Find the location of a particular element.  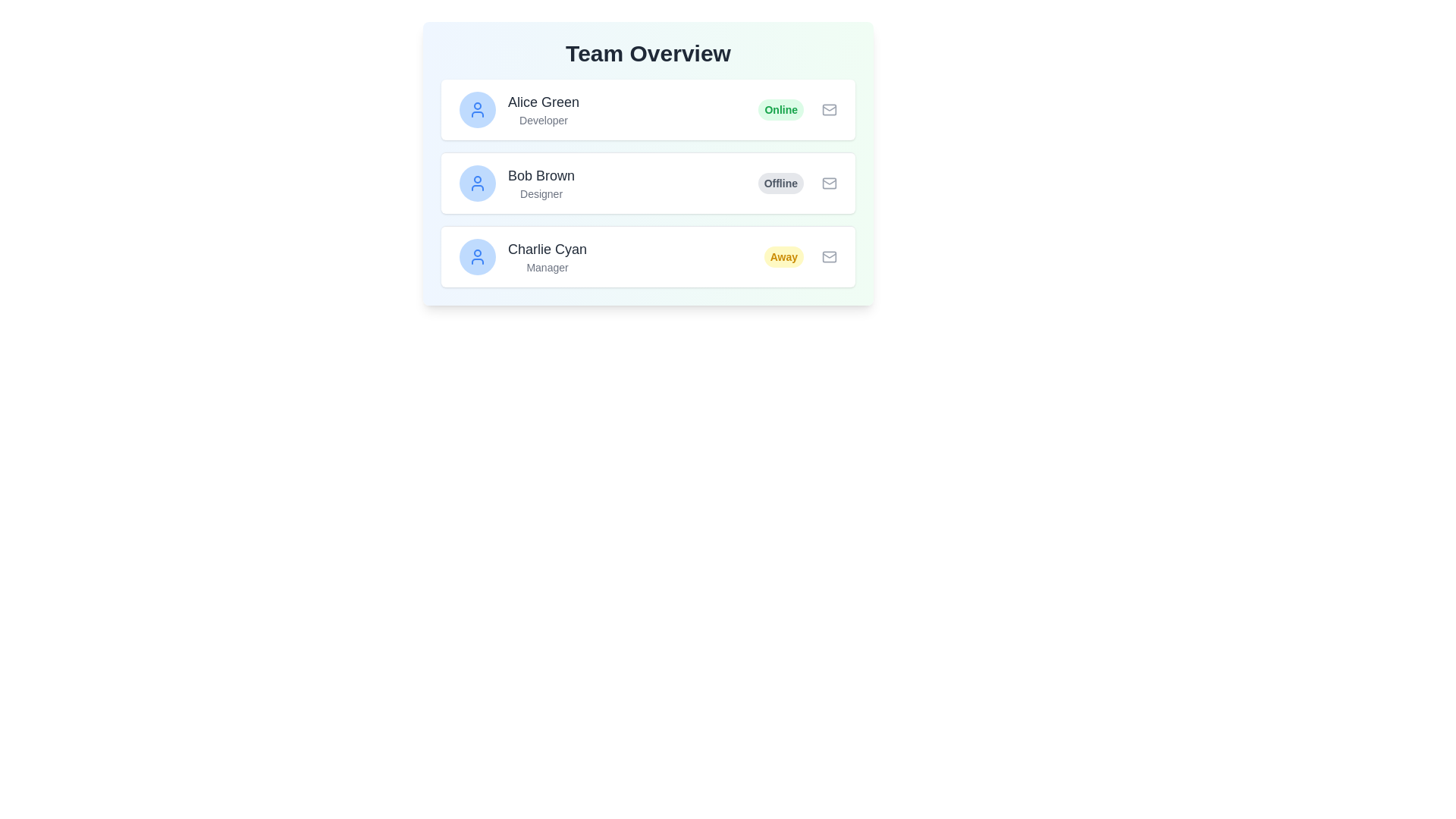

the User Avatar Icon, which is a circular icon with a light blue background and a darker blue user symbol, located at the top-left corner of the card for 'Bob Brown' is located at coordinates (476, 183).